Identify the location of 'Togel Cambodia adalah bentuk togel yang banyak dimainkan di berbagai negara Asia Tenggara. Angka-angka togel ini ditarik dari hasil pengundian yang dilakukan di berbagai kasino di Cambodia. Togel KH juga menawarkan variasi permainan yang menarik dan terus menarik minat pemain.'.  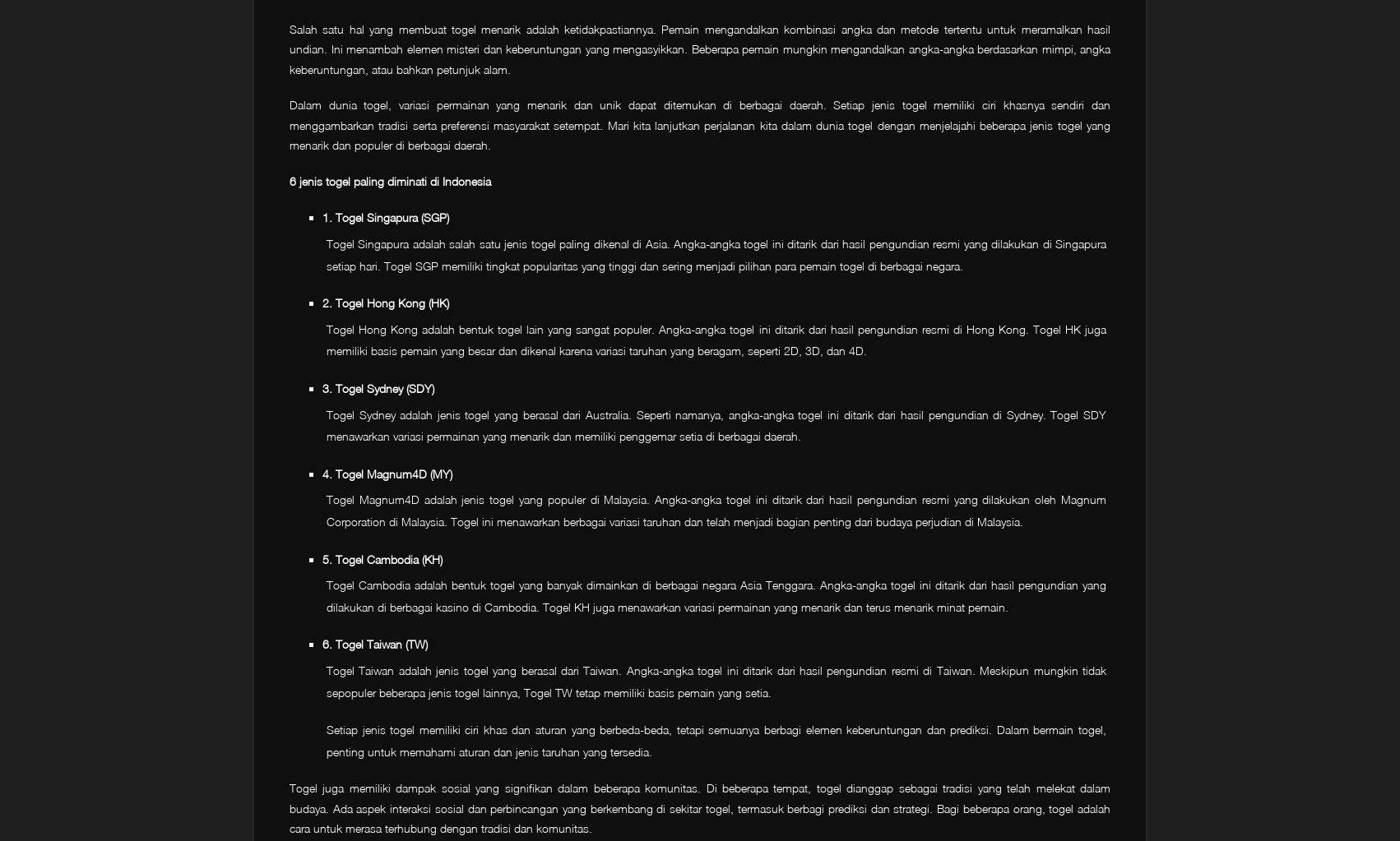
(327, 595).